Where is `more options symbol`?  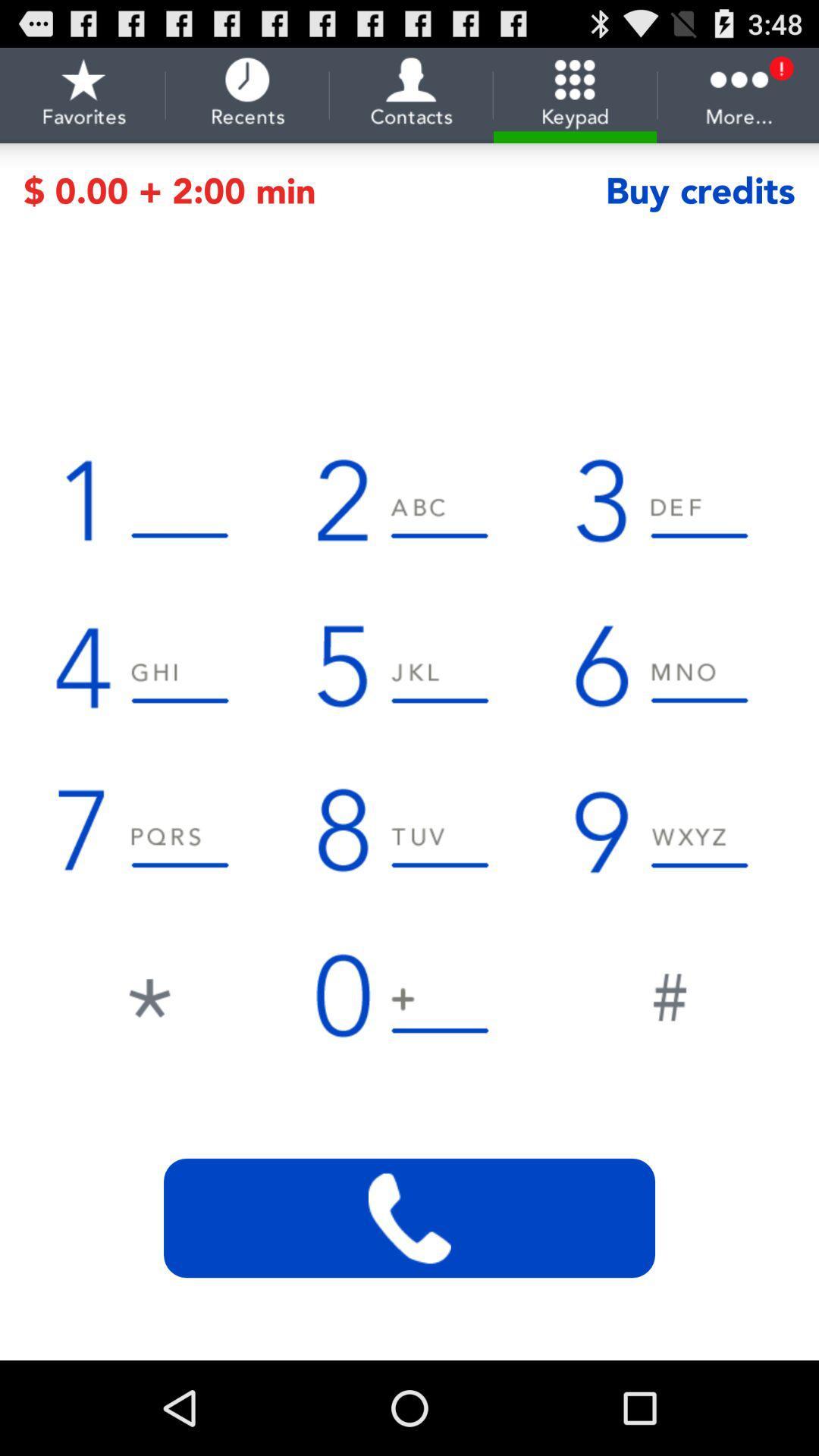 more options symbol is located at coordinates (739, 94).